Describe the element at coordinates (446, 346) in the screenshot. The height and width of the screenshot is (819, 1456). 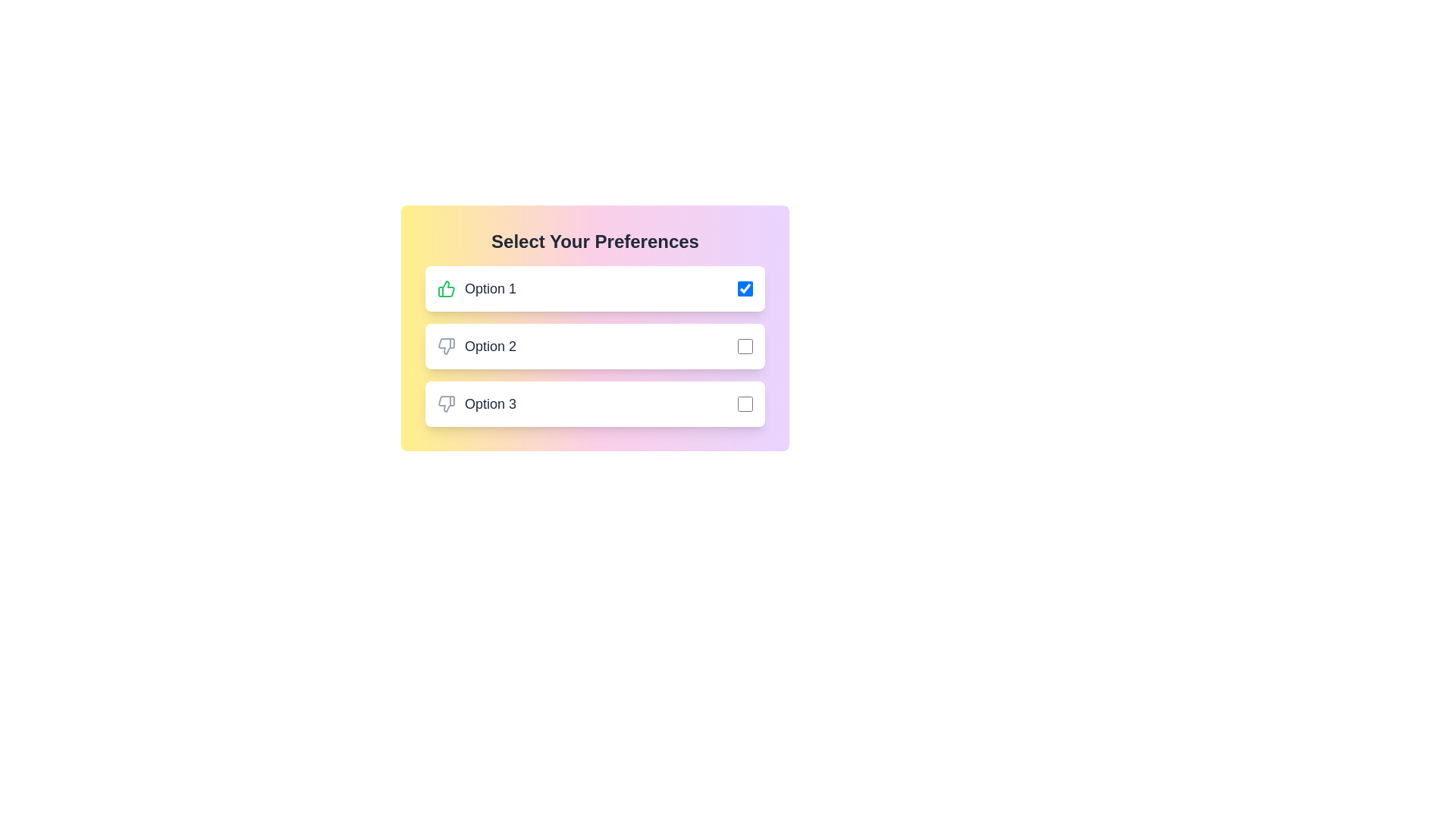
I see `the dislike icon, which is the leftmost element in the second row of options` at that location.